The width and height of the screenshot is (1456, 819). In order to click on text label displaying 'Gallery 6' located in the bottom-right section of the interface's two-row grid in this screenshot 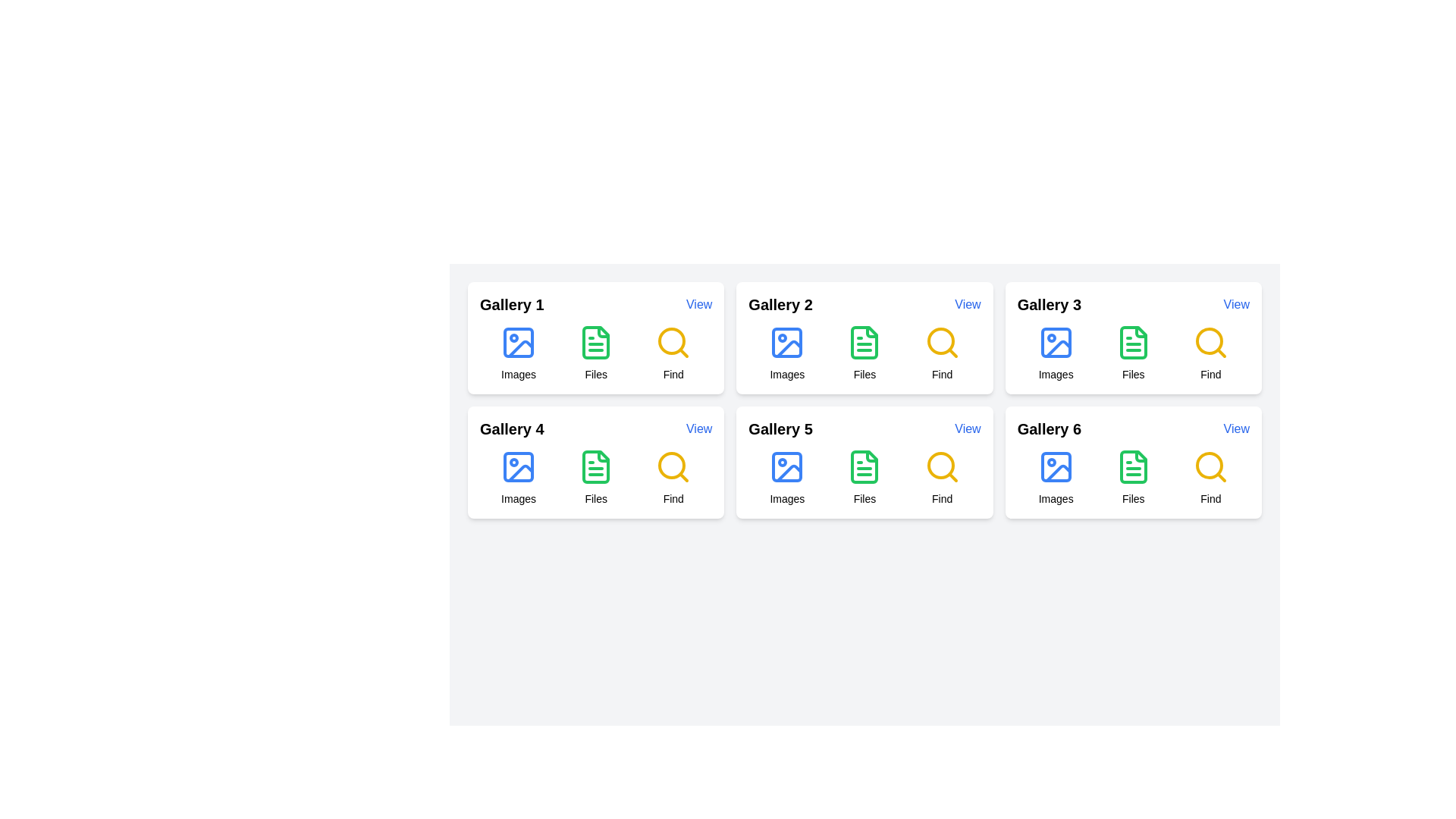, I will do `click(1048, 429)`.